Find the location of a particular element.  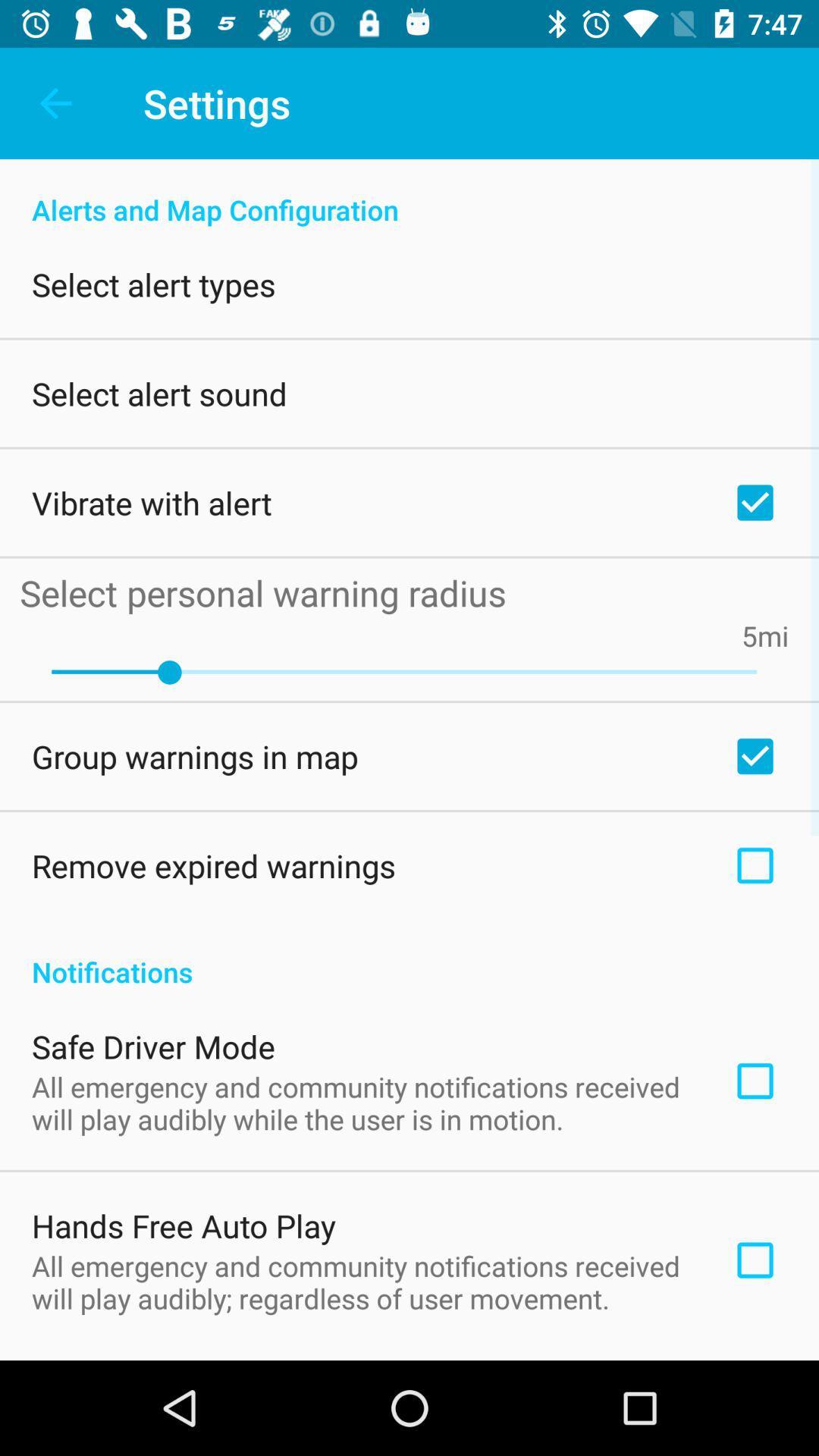

the select personal warning icon is located at coordinates (403, 591).